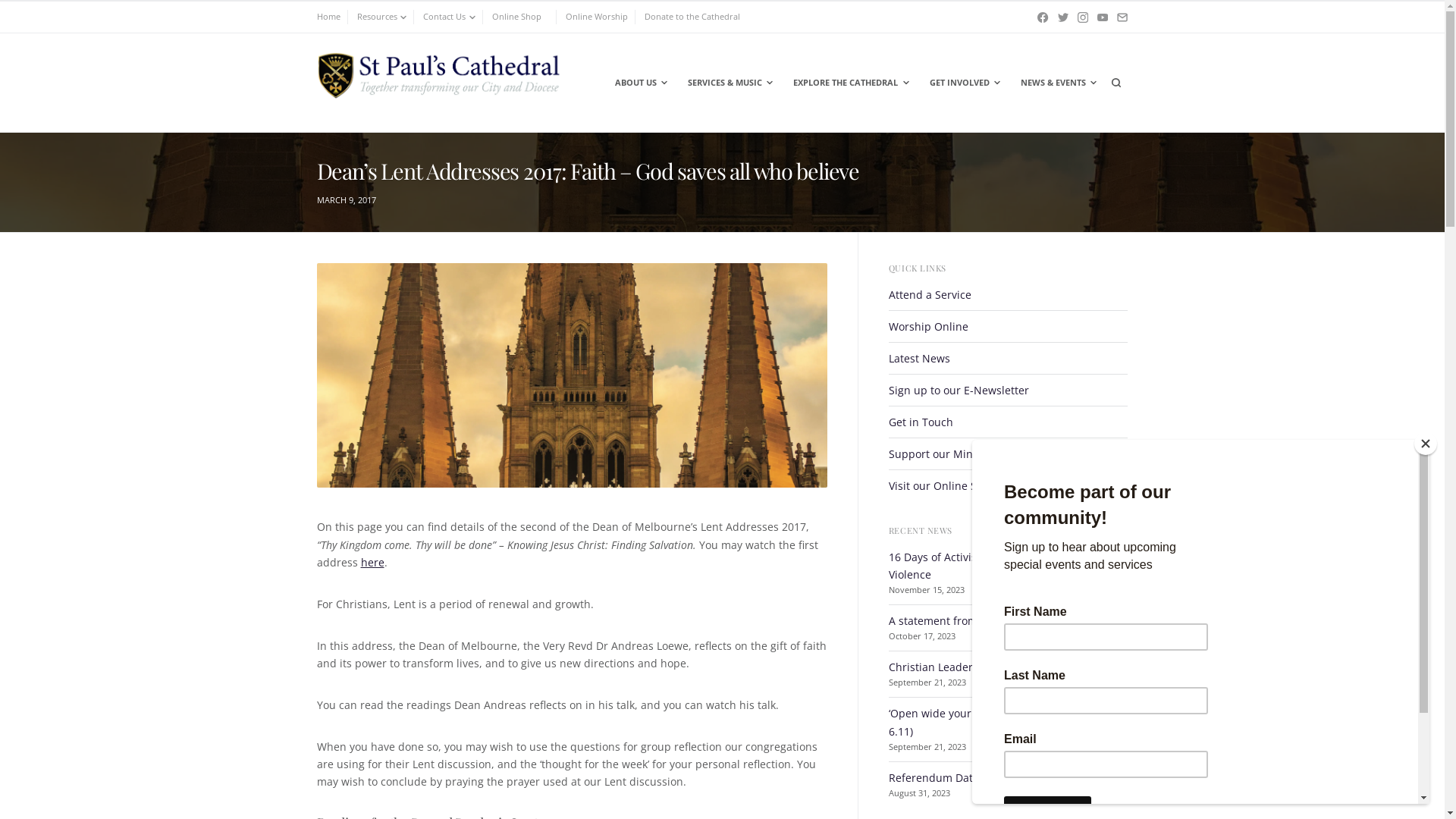 The image size is (1456, 819). I want to click on 'GET INVOLVED', so click(963, 82).